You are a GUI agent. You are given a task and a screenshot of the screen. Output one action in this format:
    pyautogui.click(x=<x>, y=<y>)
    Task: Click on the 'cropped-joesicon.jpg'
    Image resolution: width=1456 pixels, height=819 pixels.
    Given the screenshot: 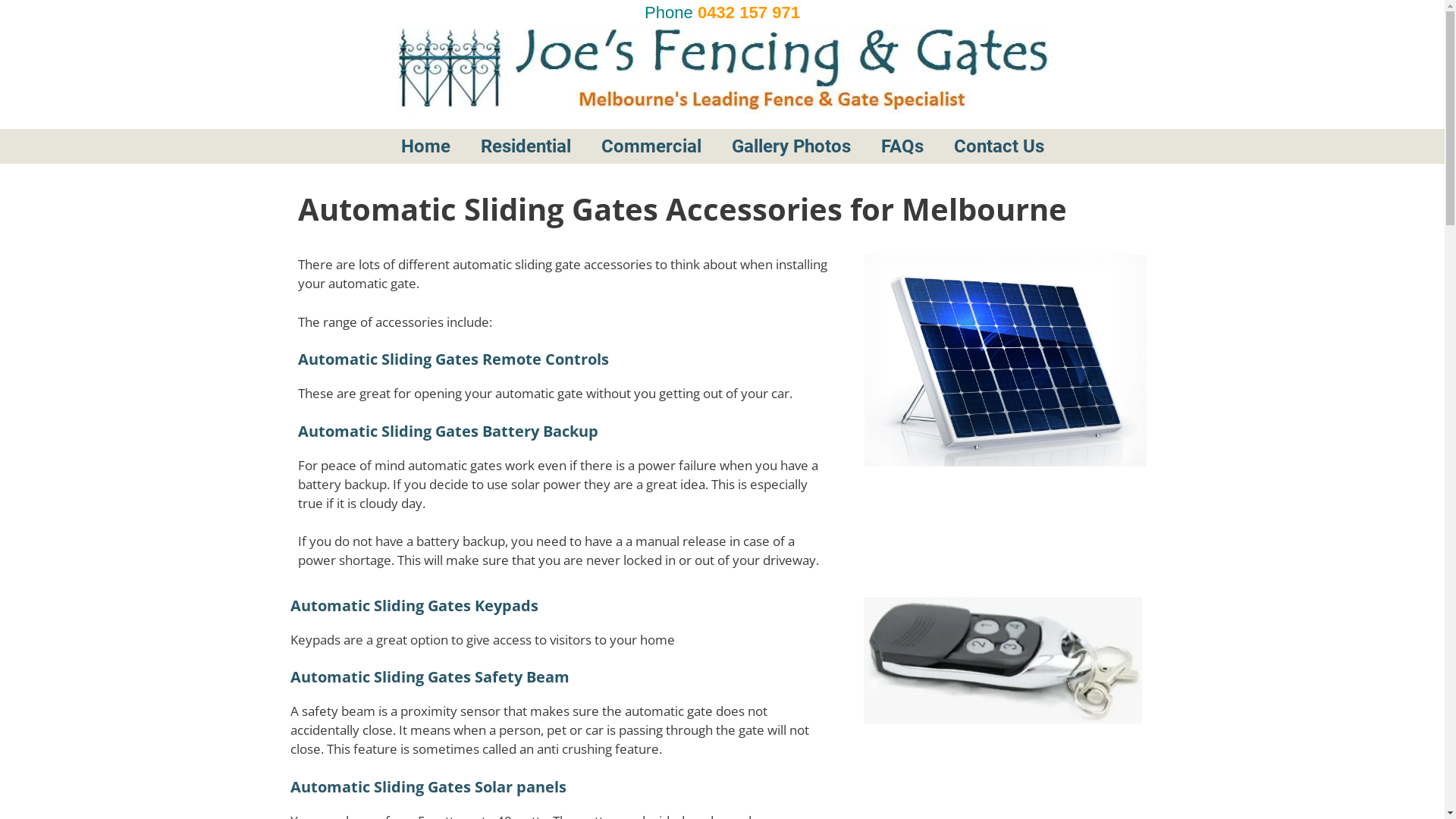 What is the action you would take?
    pyautogui.click(x=301, y=148)
    